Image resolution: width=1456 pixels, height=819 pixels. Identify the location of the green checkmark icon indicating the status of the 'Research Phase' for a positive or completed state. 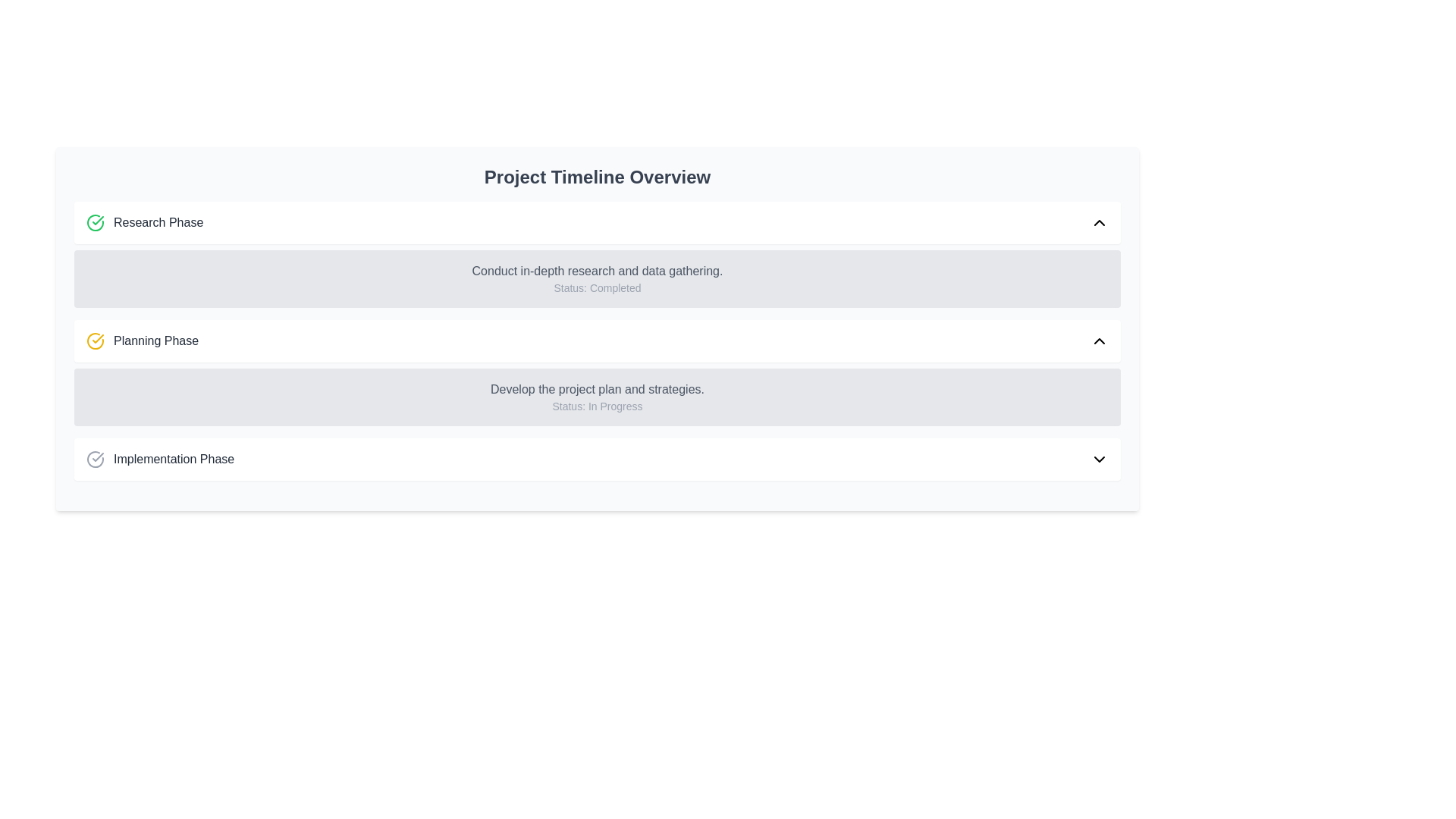
(94, 222).